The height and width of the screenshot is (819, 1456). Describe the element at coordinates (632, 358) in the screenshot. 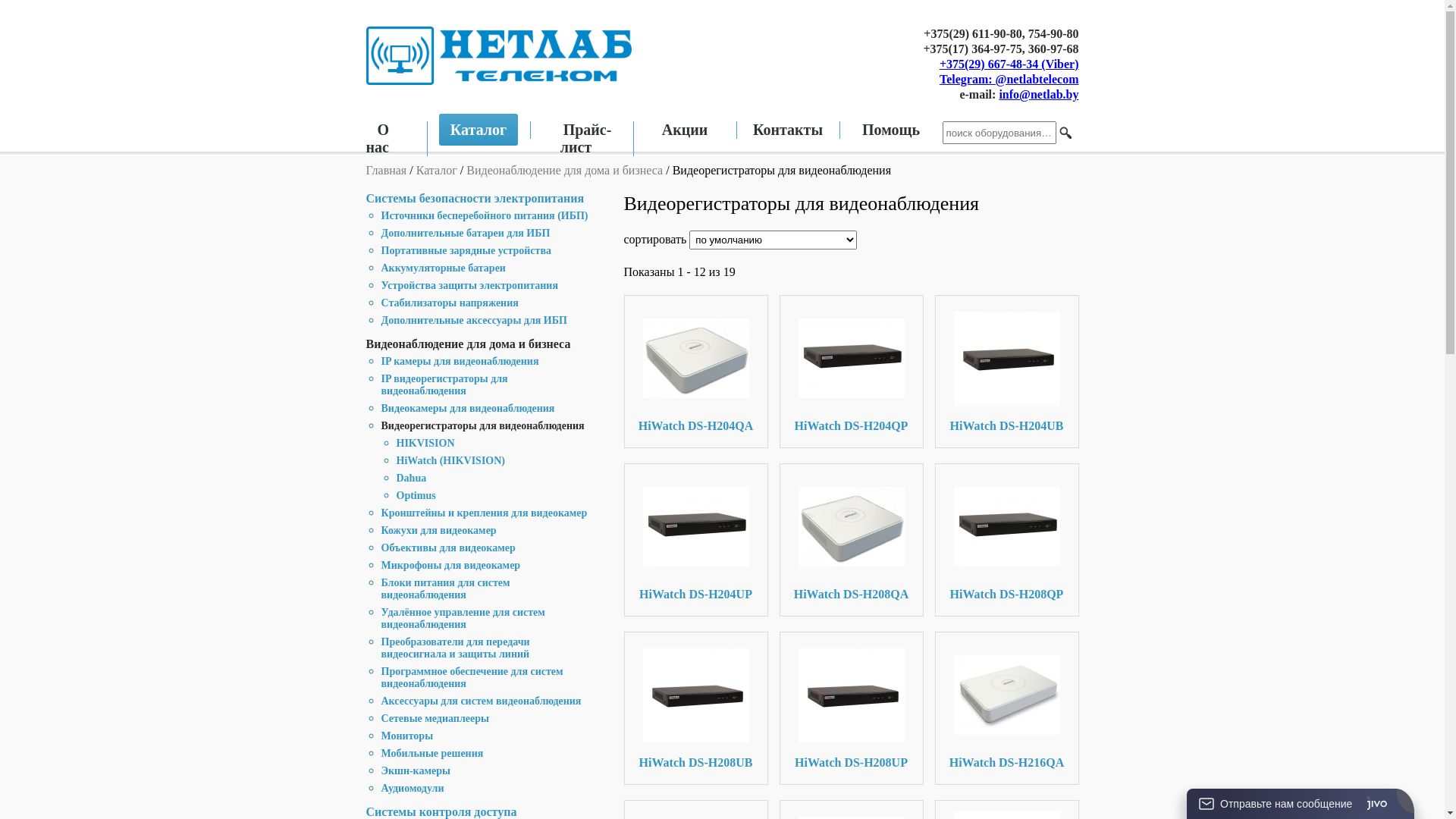

I see `'HiWatch DS-H204QA'` at that location.